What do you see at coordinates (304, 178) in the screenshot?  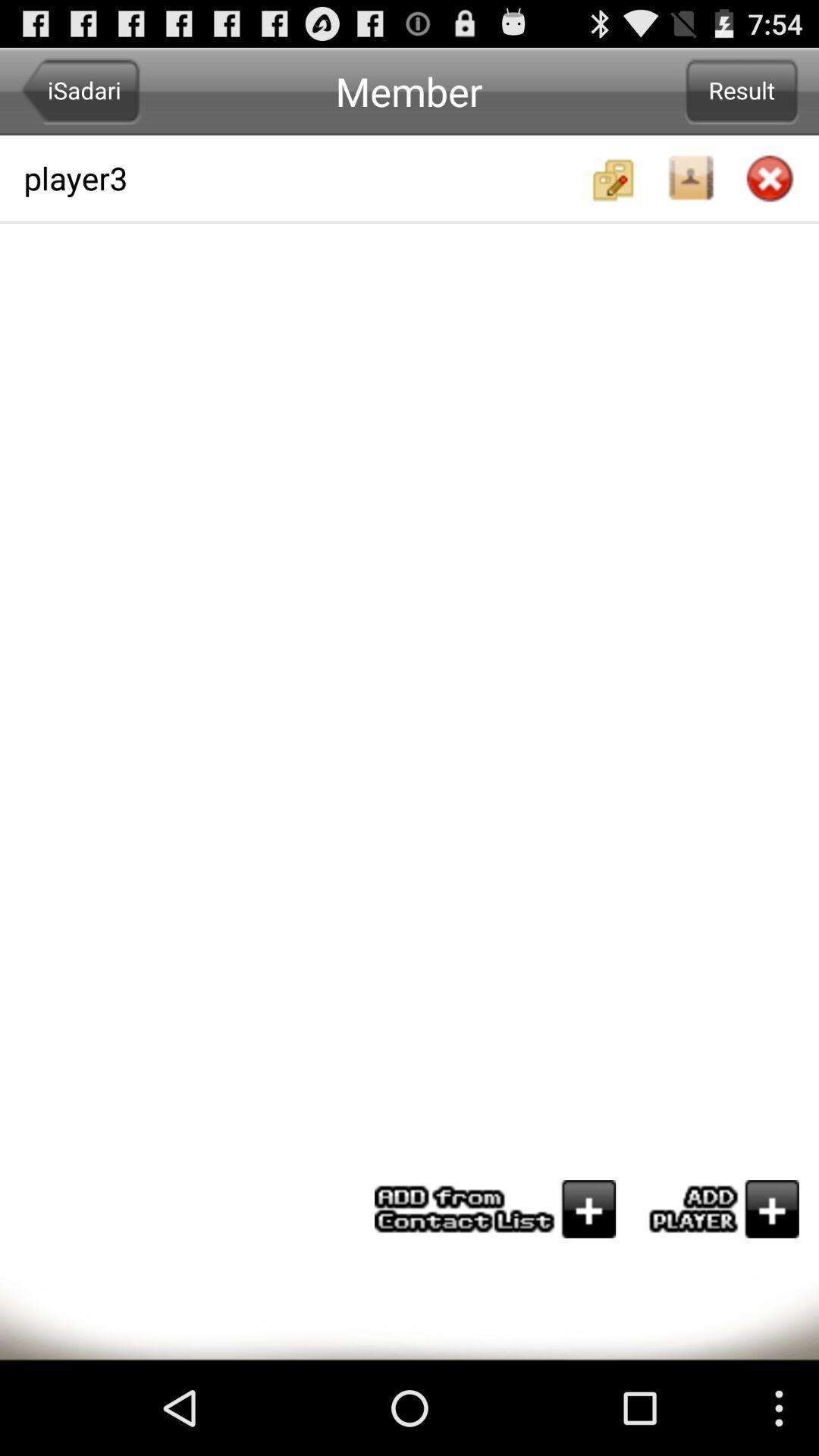 I see `player3 icon` at bounding box center [304, 178].